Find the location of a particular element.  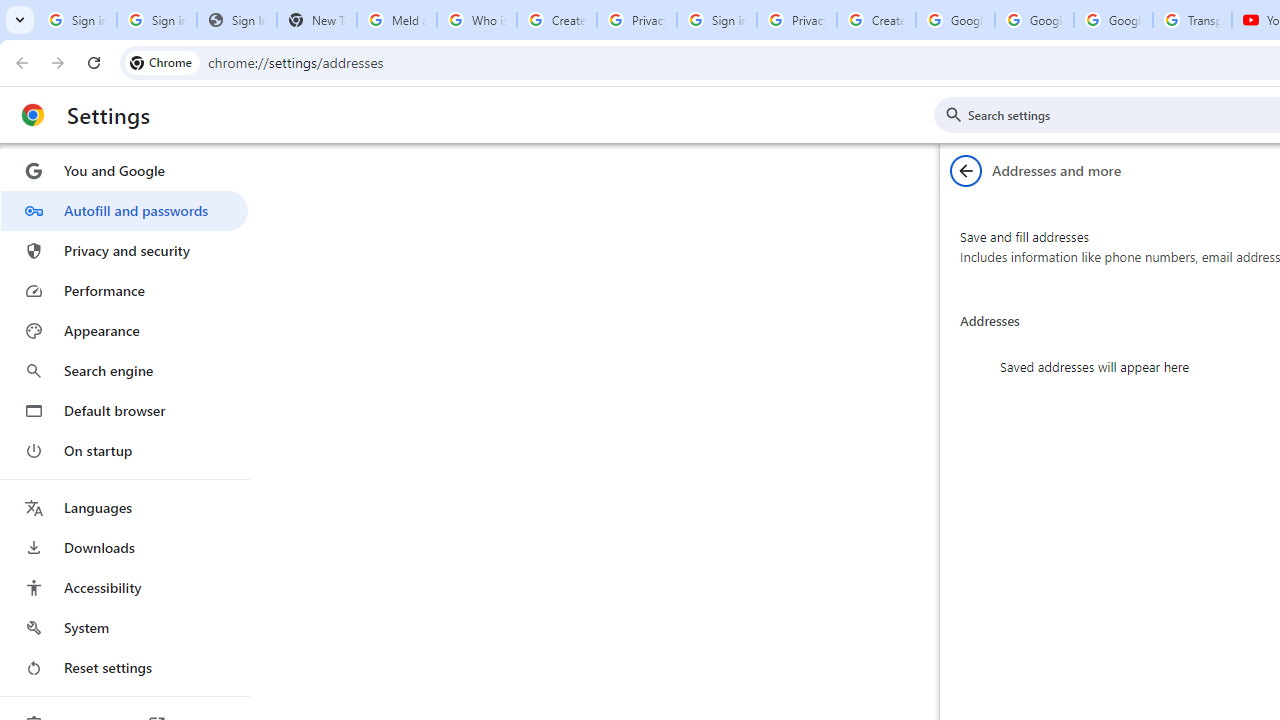

'Downloads' is located at coordinates (123, 547).